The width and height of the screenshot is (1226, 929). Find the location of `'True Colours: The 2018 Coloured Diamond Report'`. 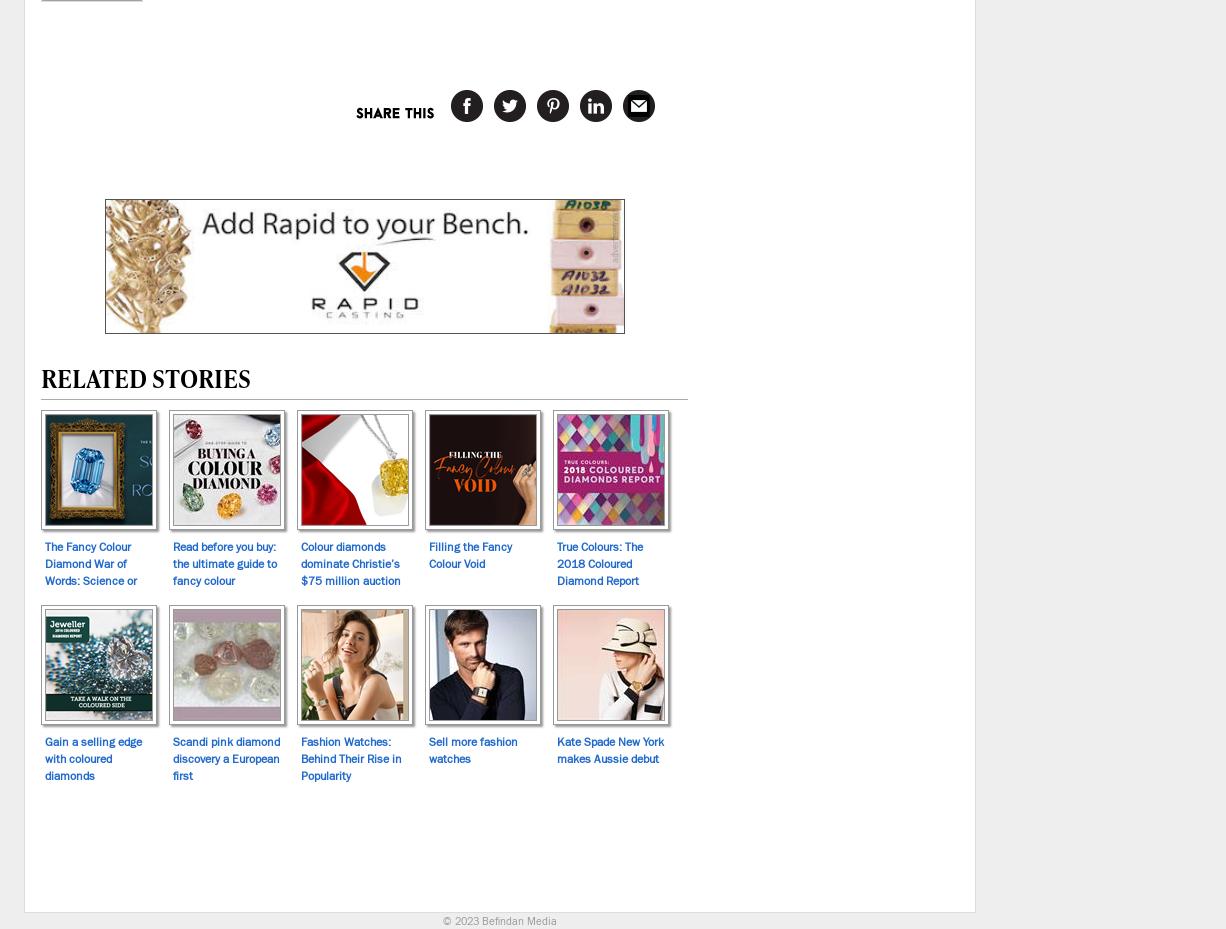

'True Colours: The 2018 Coloured Diamond Report' is located at coordinates (555, 561).